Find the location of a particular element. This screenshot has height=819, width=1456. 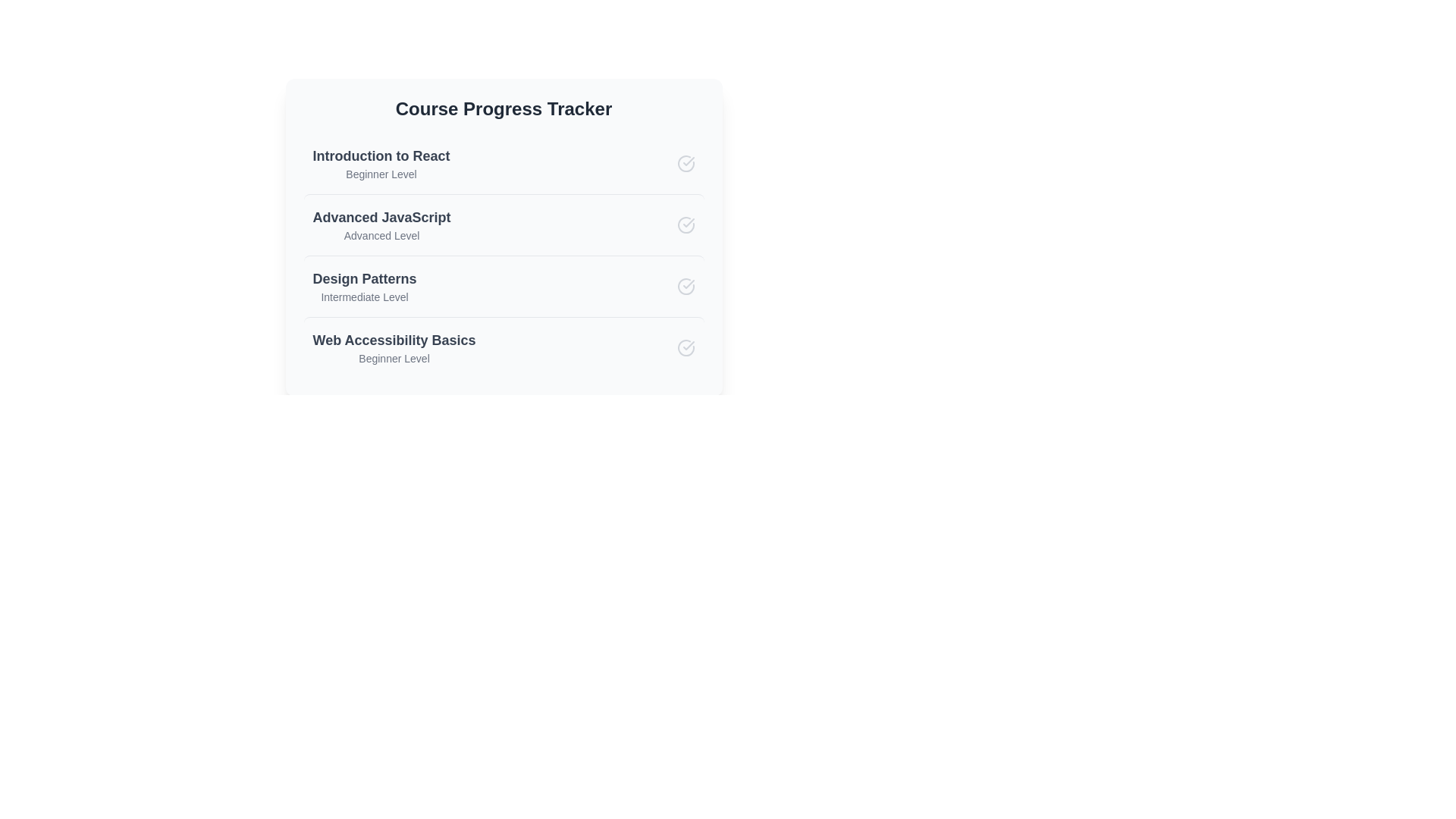

the text label for the 'Design Patterns' course within the Course Progress Tracker, which indicates the course title and difficulty level is located at coordinates (394, 348).